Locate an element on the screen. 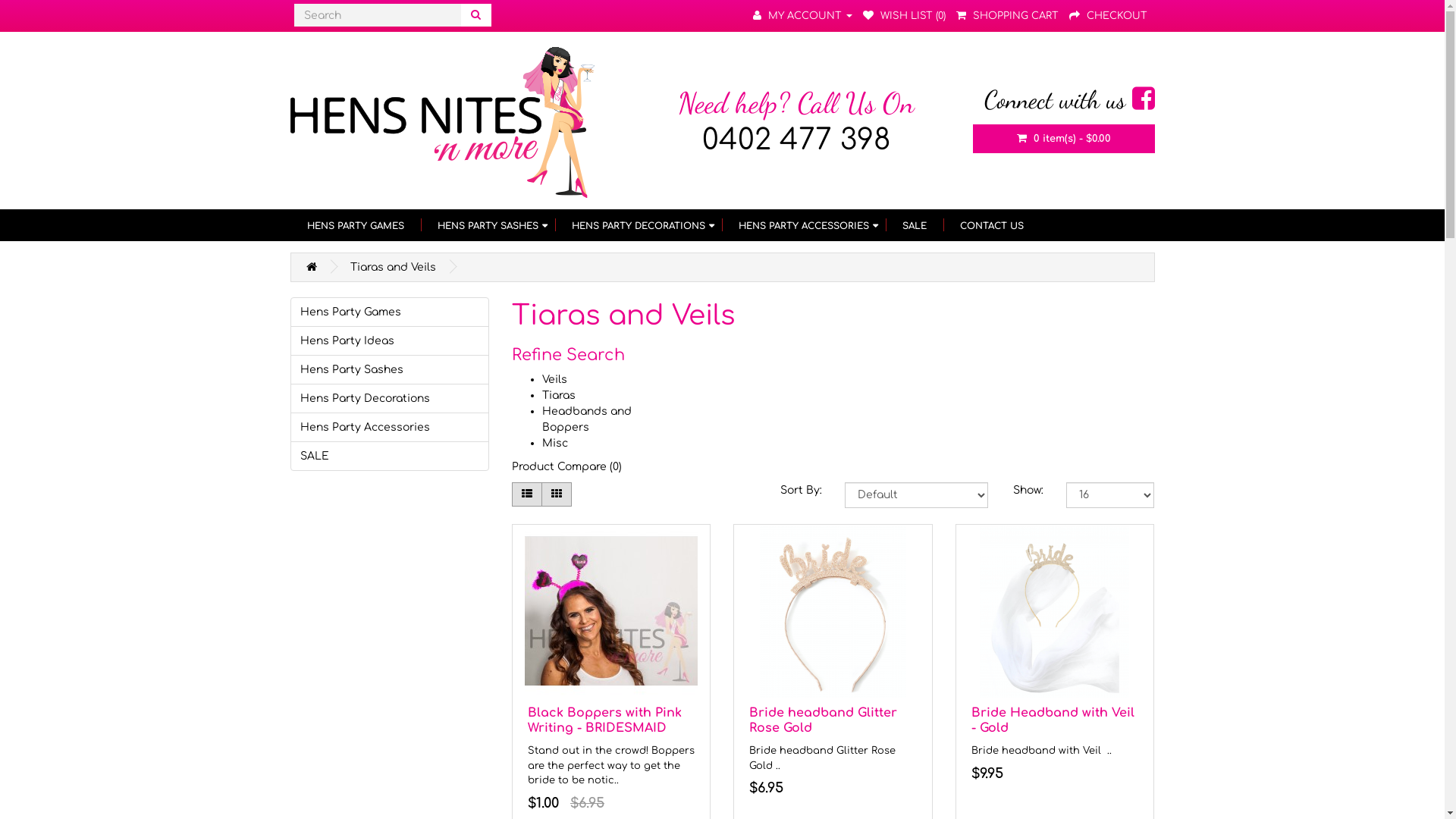  '0402 477 398' is located at coordinates (795, 140).